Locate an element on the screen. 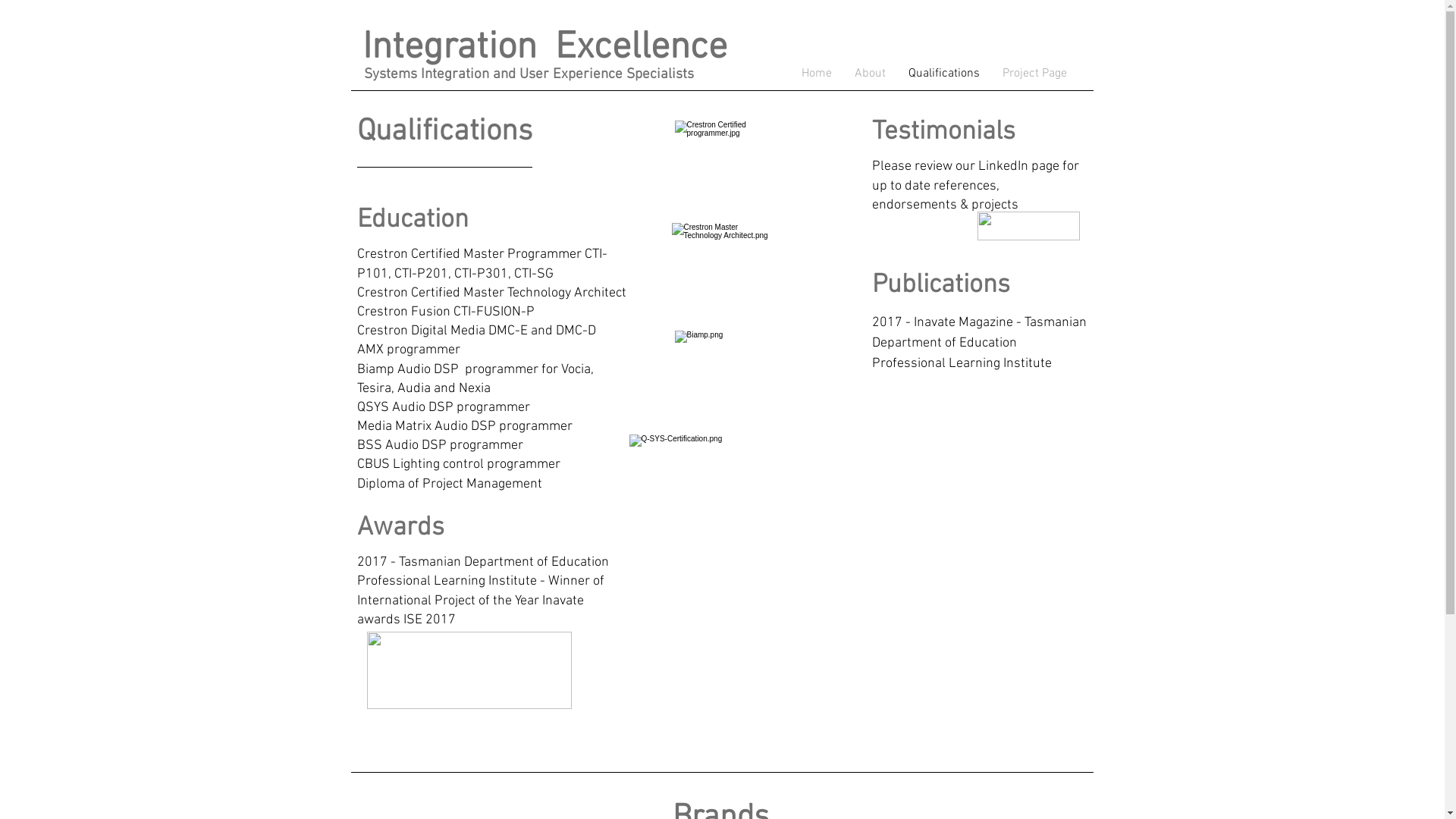 This screenshot has width=1456, height=819. 'Home' is located at coordinates (789, 73).